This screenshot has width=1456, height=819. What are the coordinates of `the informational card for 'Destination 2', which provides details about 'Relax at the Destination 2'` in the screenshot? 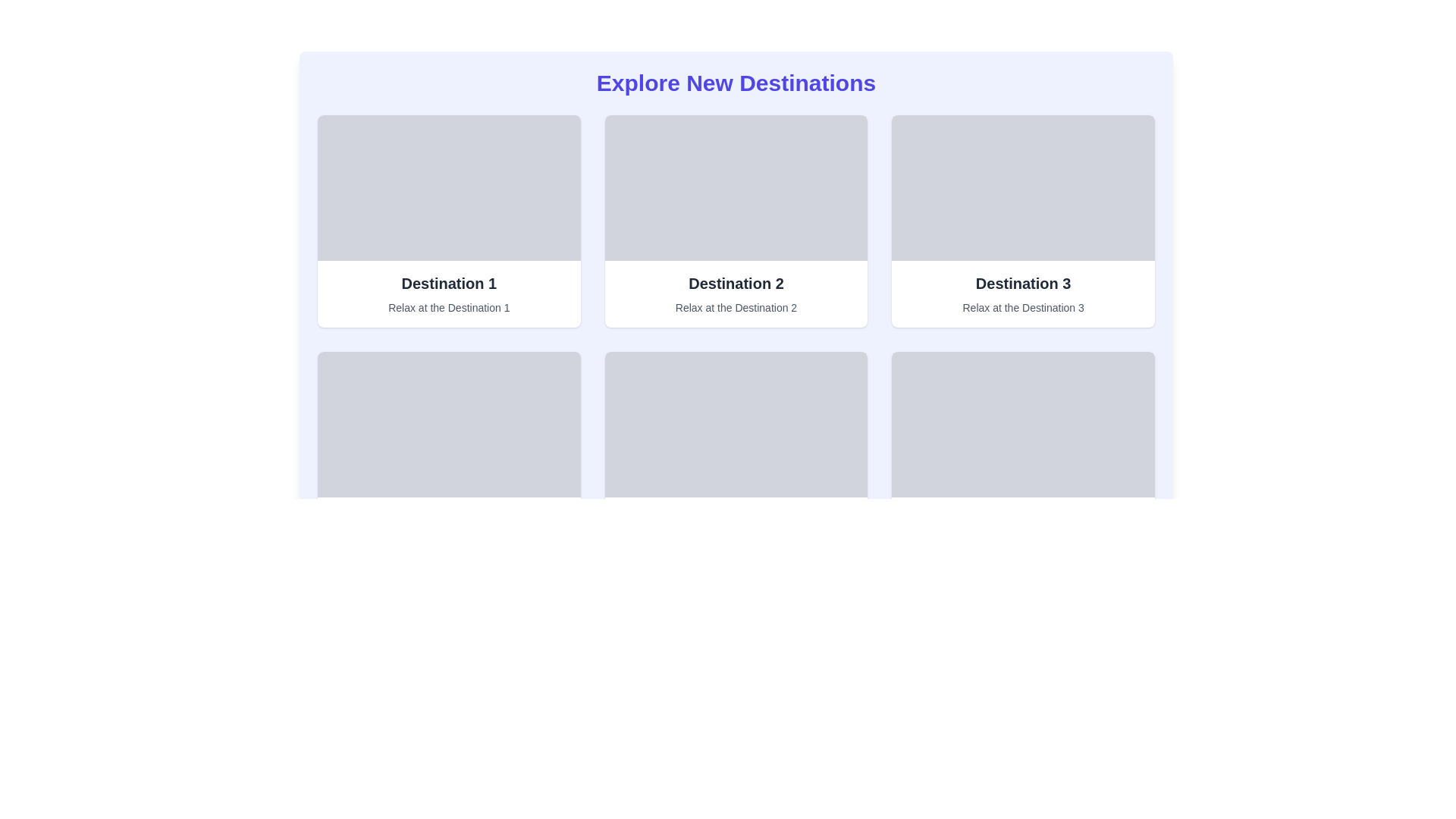 It's located at (736, 221).